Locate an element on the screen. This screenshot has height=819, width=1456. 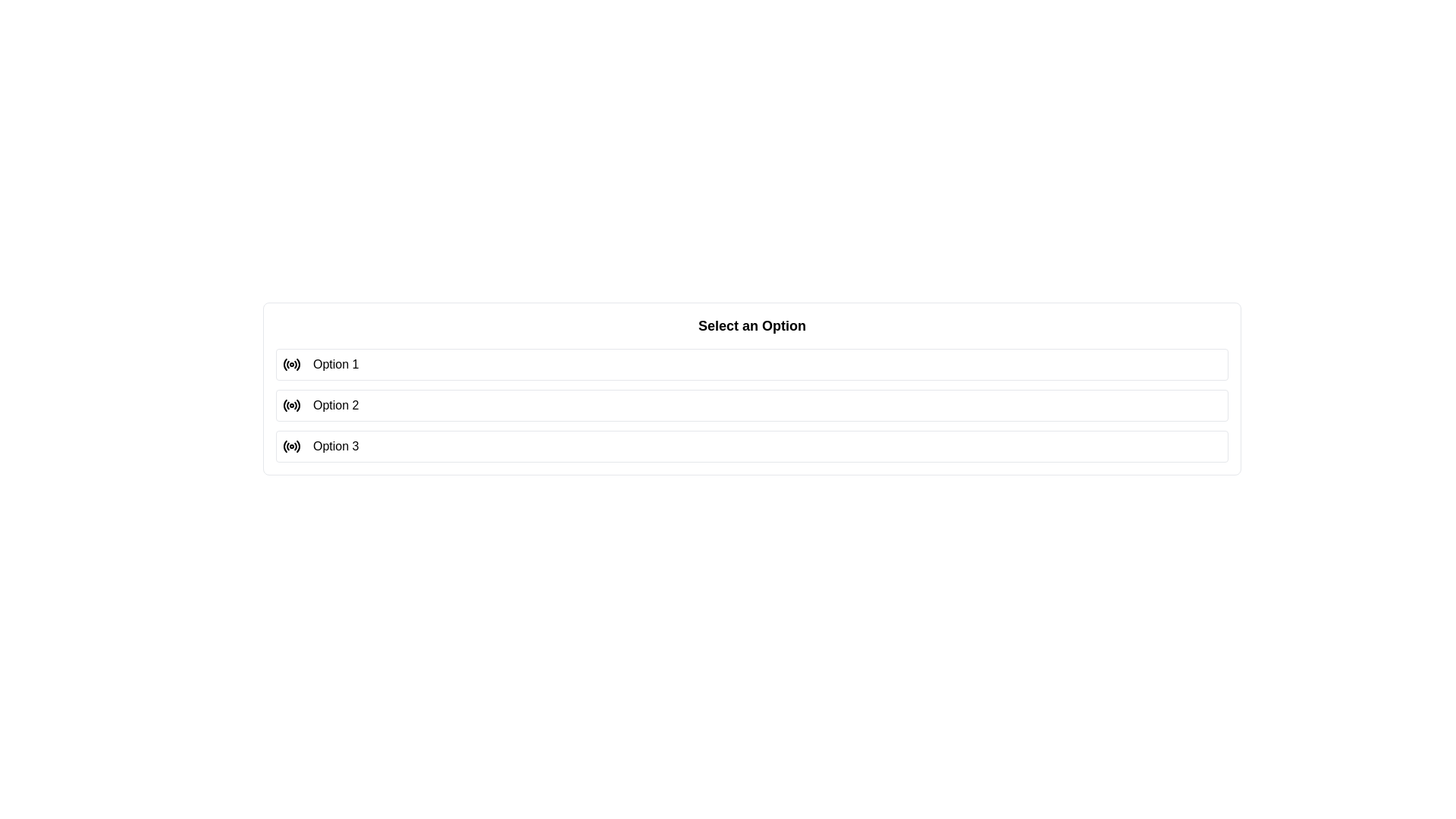
the selectable list option labeled 'Option 3' to observe any hover effects is located at coordinates (335, 446).